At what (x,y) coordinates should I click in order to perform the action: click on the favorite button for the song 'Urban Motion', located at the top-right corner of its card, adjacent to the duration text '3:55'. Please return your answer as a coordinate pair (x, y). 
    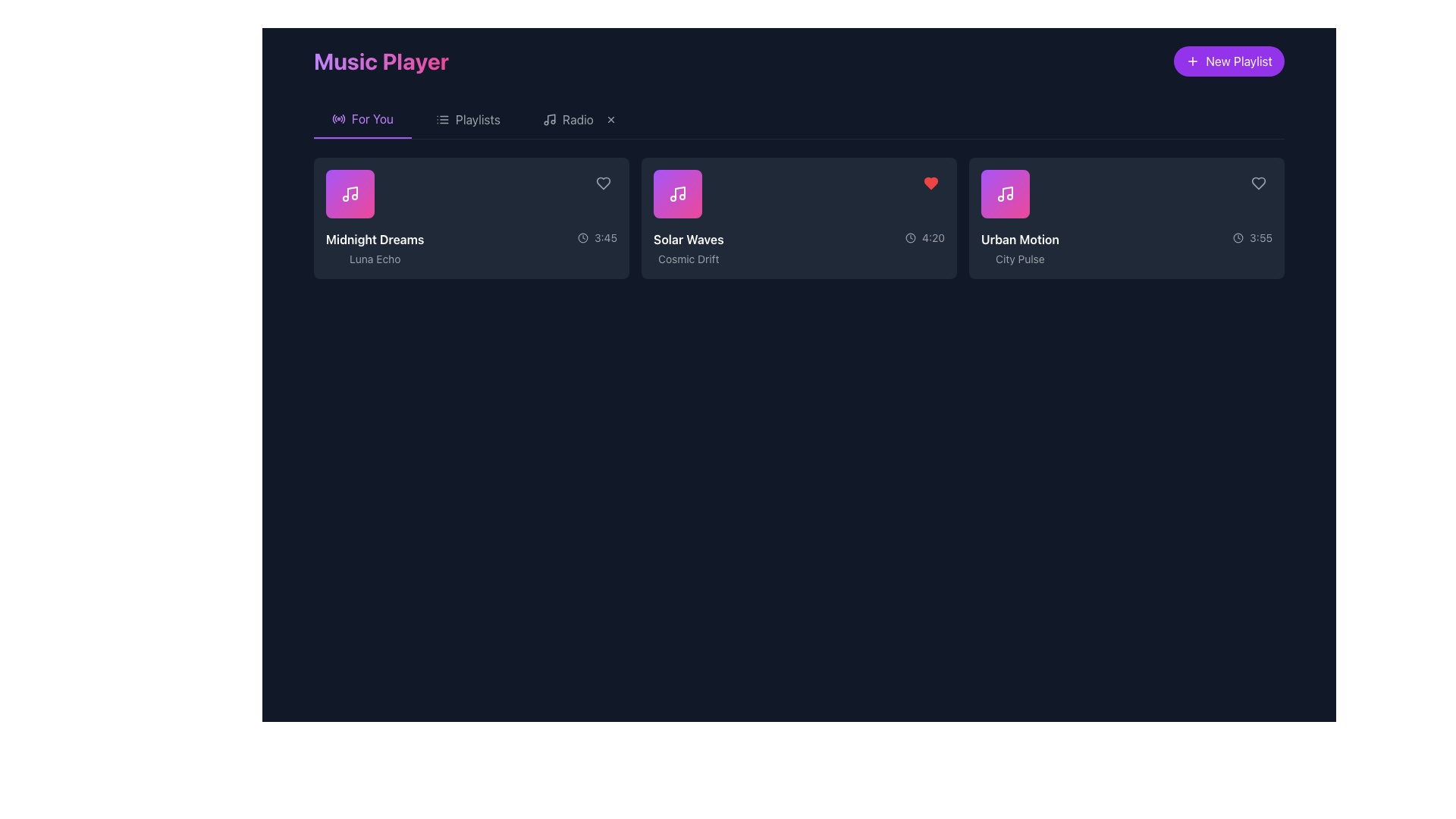
    Looking at the image, I should click on (1259, 183).